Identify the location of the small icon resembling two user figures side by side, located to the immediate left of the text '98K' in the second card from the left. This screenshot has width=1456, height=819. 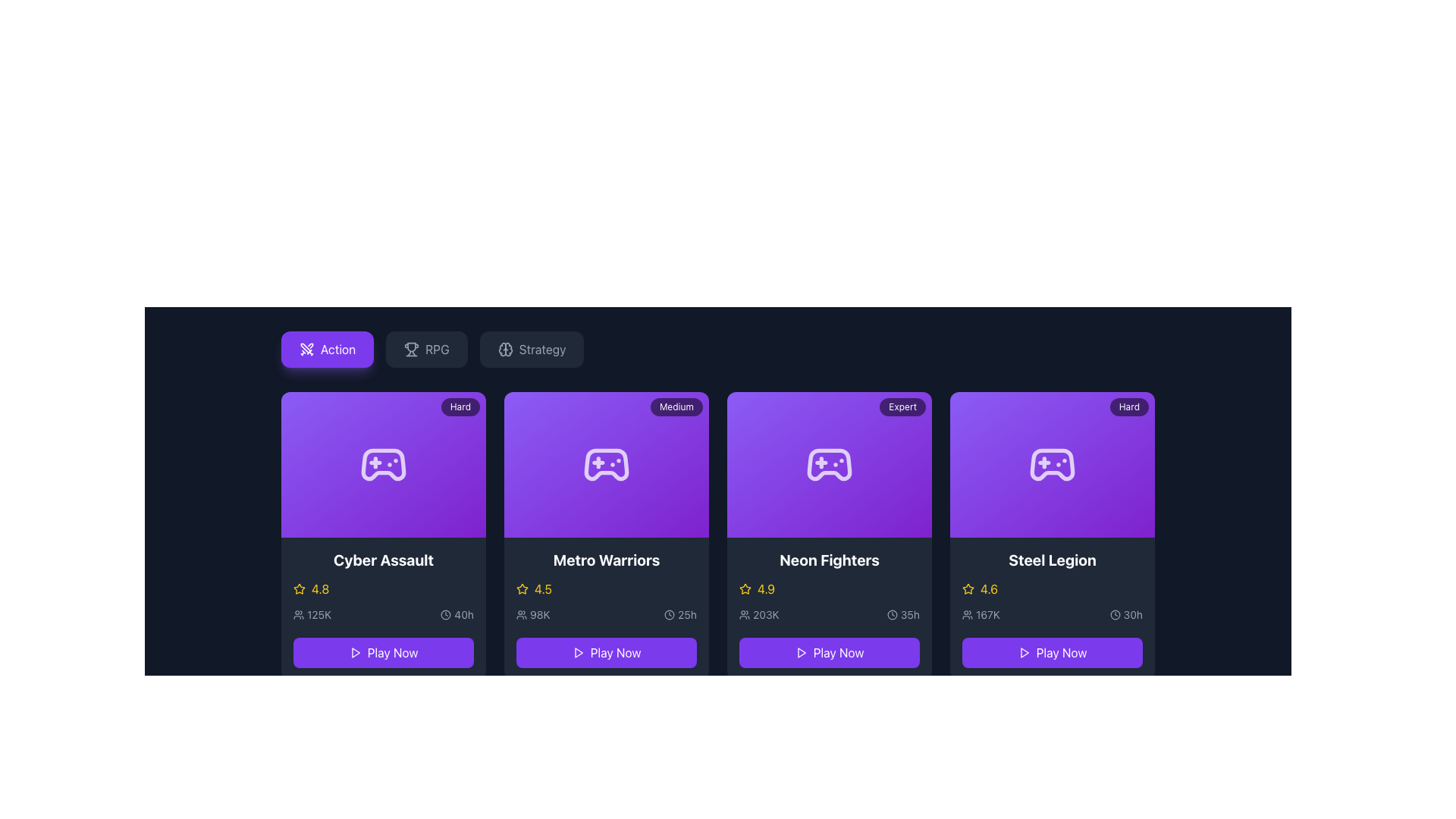
(521, 614).